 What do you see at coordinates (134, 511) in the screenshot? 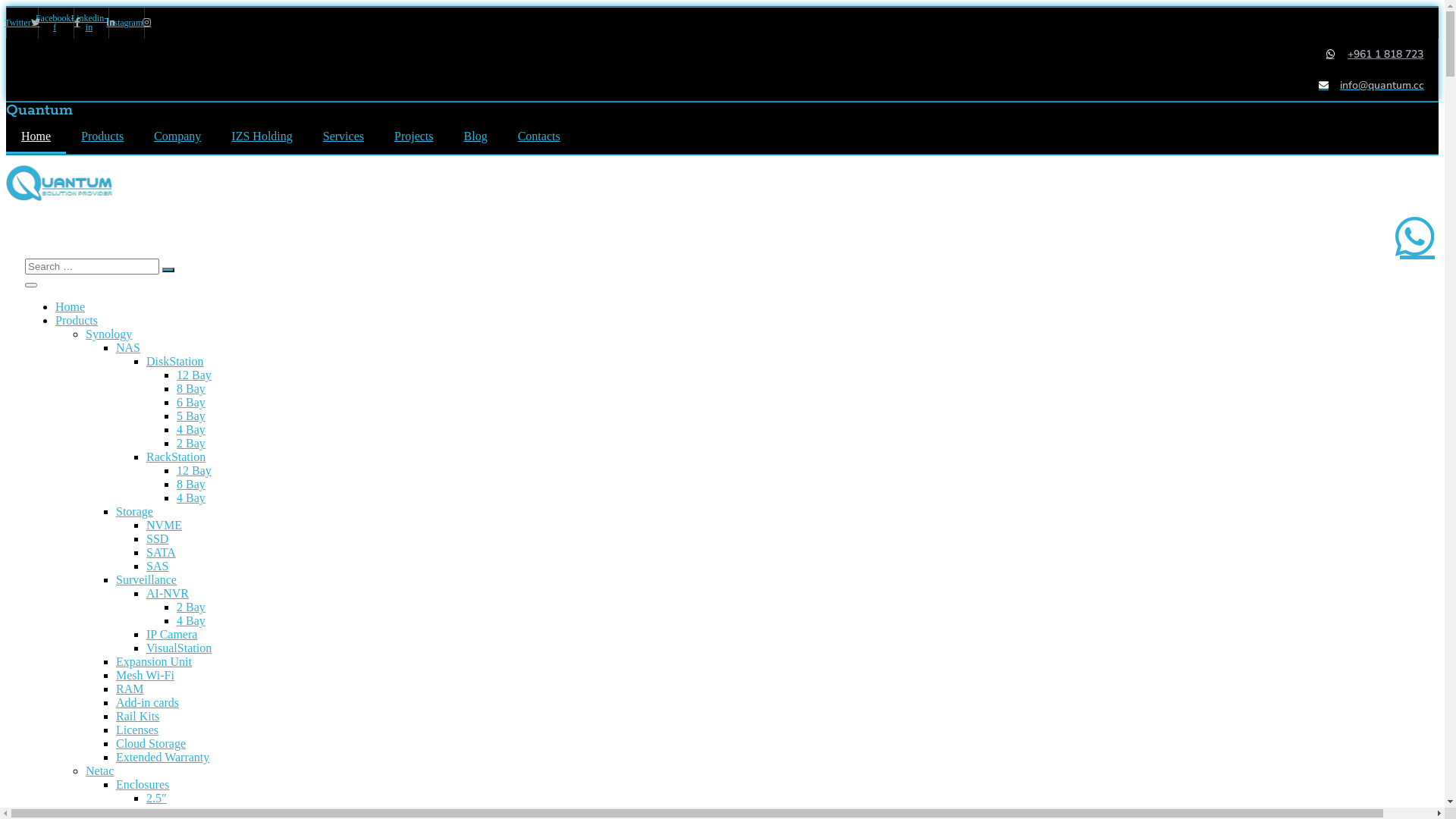
I see `'Storage'` at bounding box center [134, 511].